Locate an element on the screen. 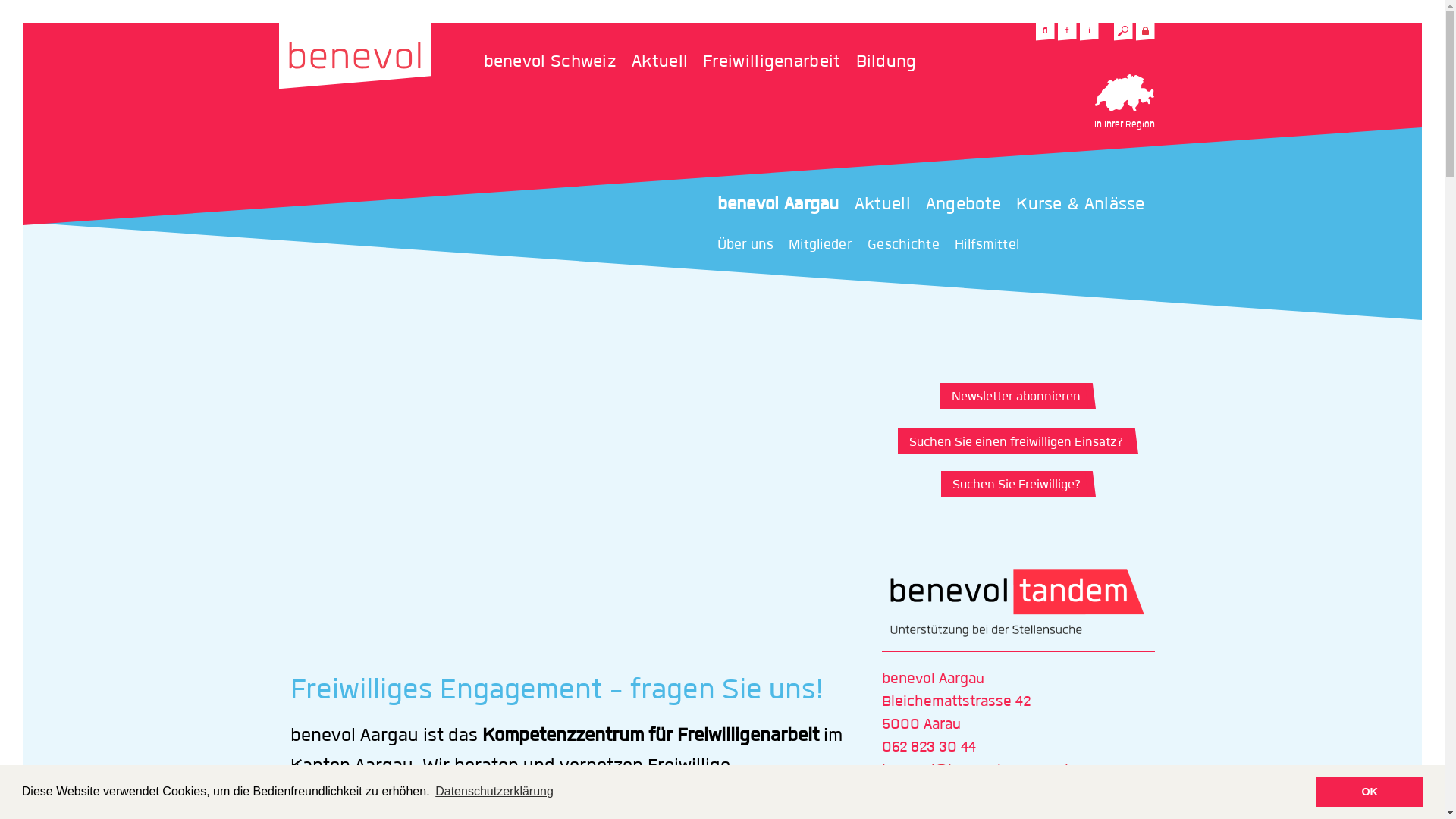 This screenshot has height=819, width=1456. 'In Ihrer Region' is located at coordinates (1093, 103).